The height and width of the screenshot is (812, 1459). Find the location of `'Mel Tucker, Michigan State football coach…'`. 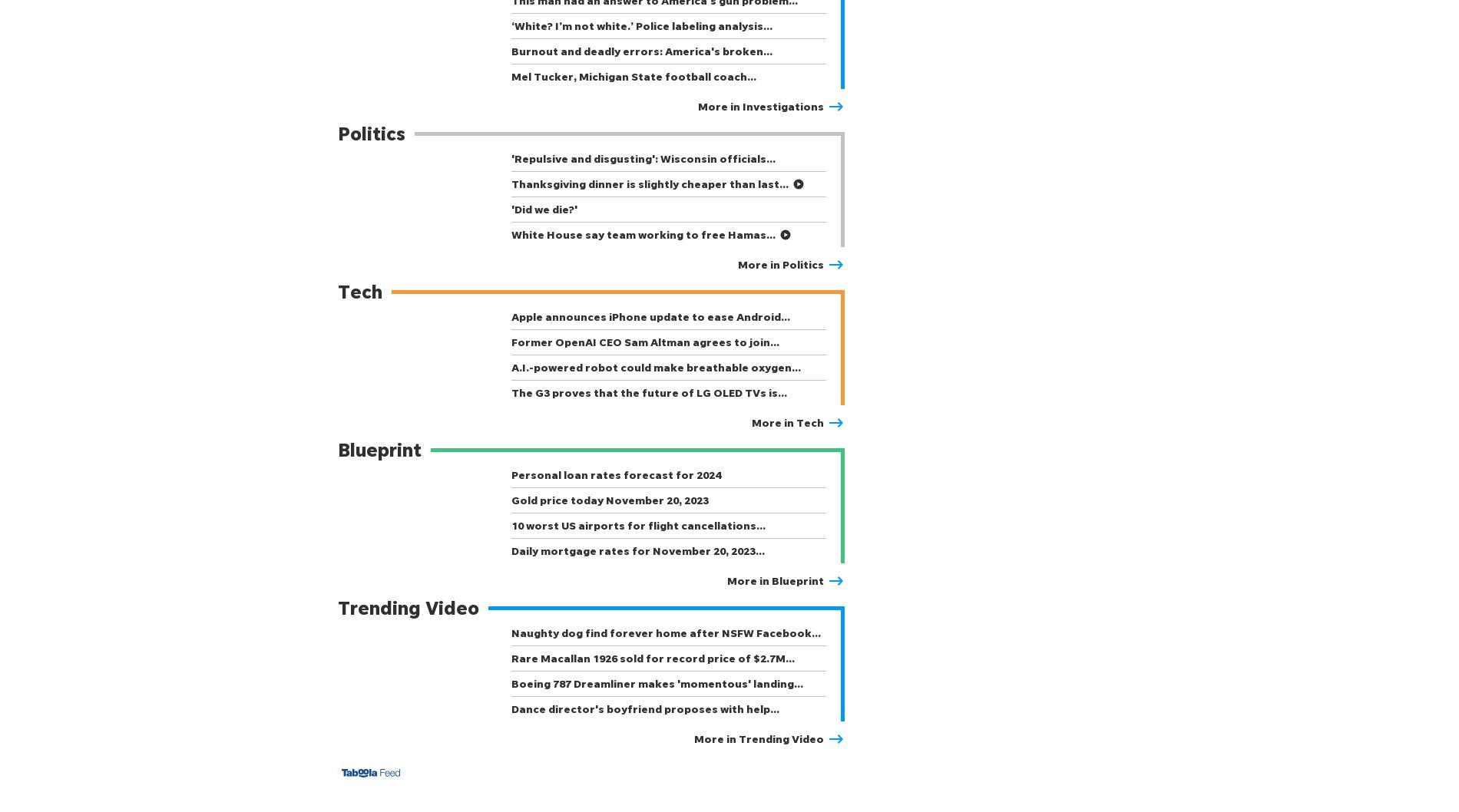

'Mel Tucker, Michigan State football coach…' is located at coordinates (511, 75).